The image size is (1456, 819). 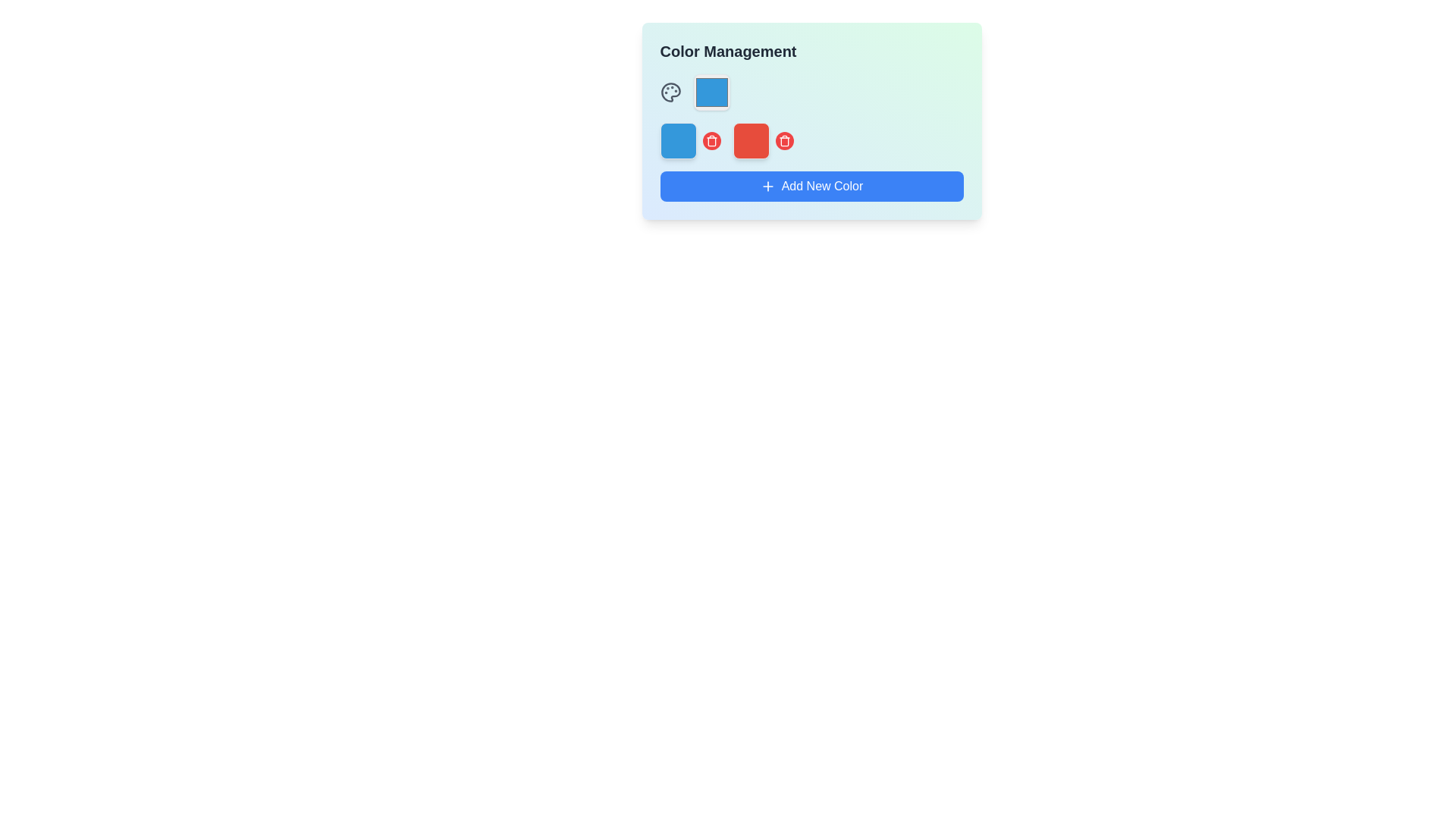 I want to click on the colored square with rounded corners and a red background, located under the 'Color Management' section, positioned to the right of a blue square, so click(x=763, y=140).